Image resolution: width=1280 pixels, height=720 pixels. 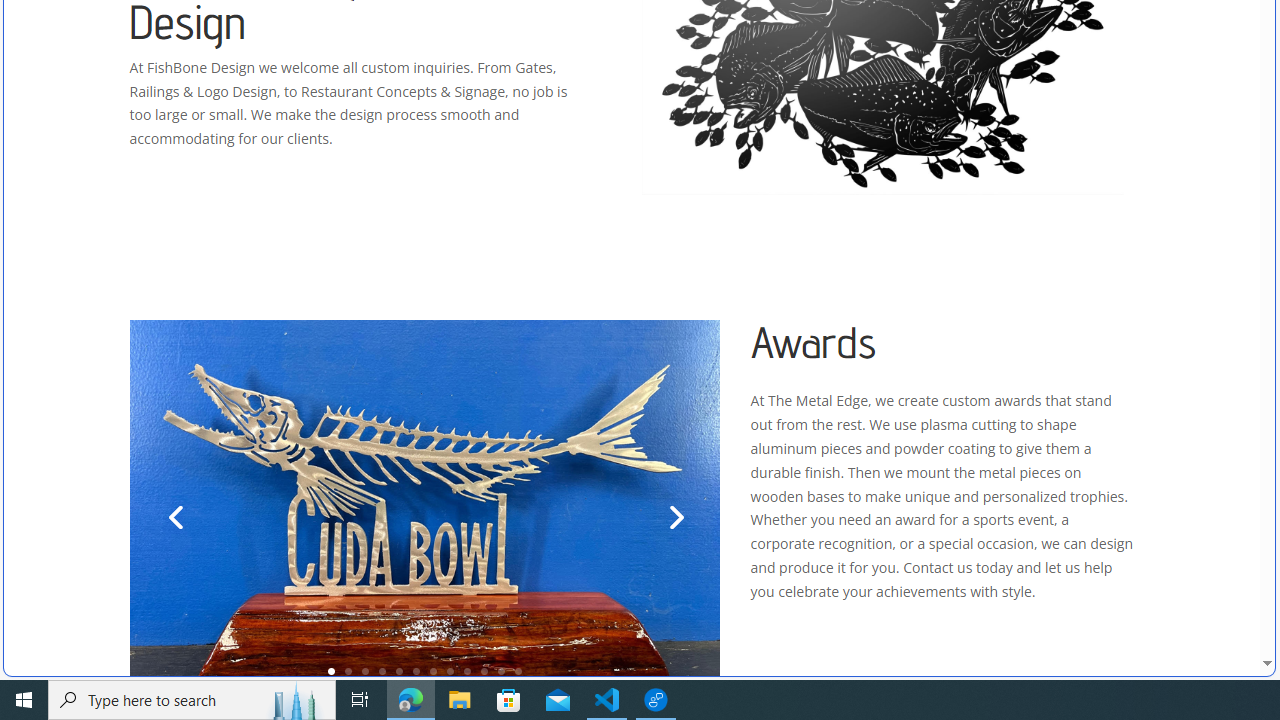 What do you see at coordinates (365, 671) in the screenshot?
I see `'3'` at bounding box center [365, 671].